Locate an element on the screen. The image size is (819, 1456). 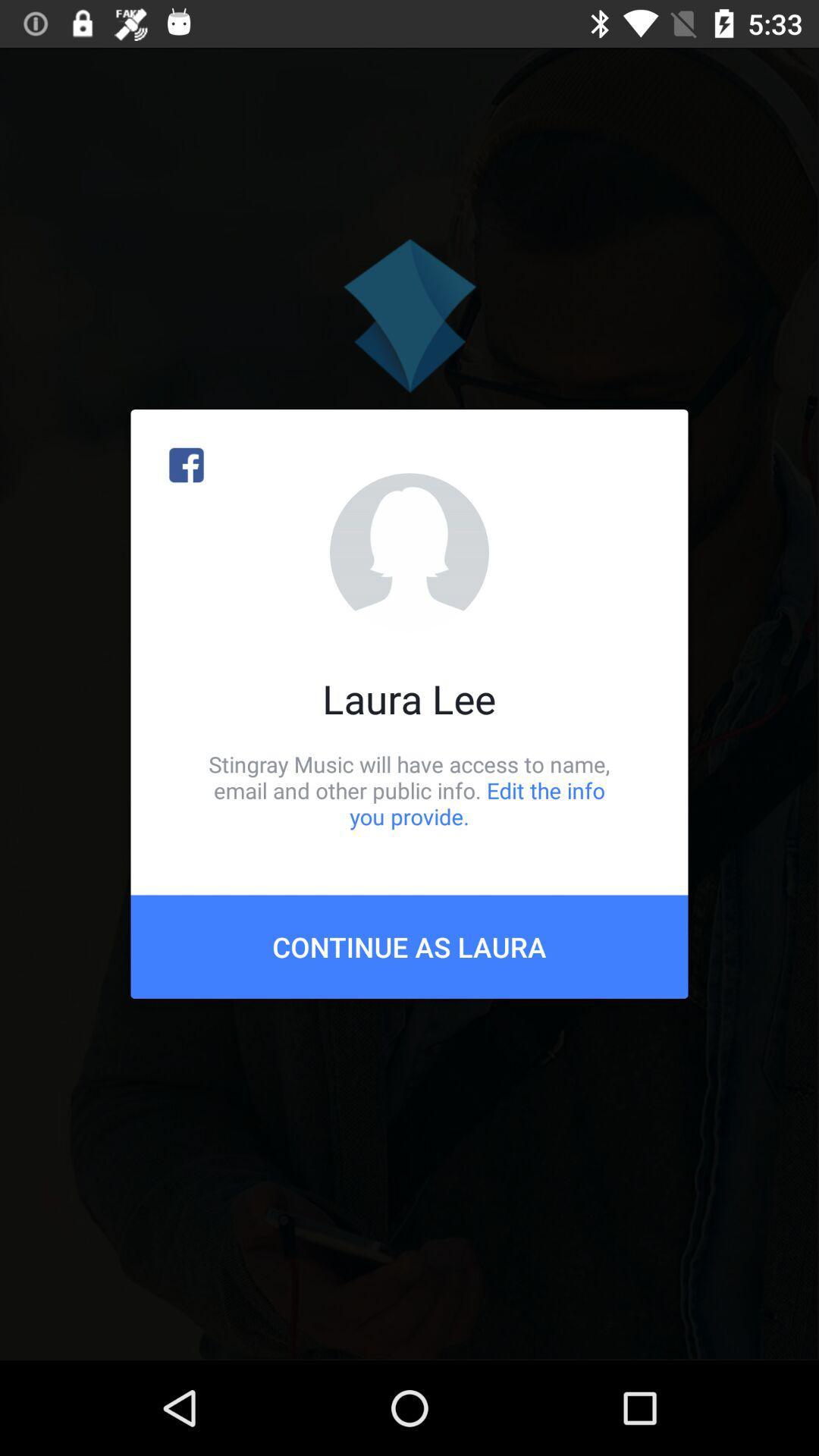
stingray music will icon is located at coordinates (409, 789).